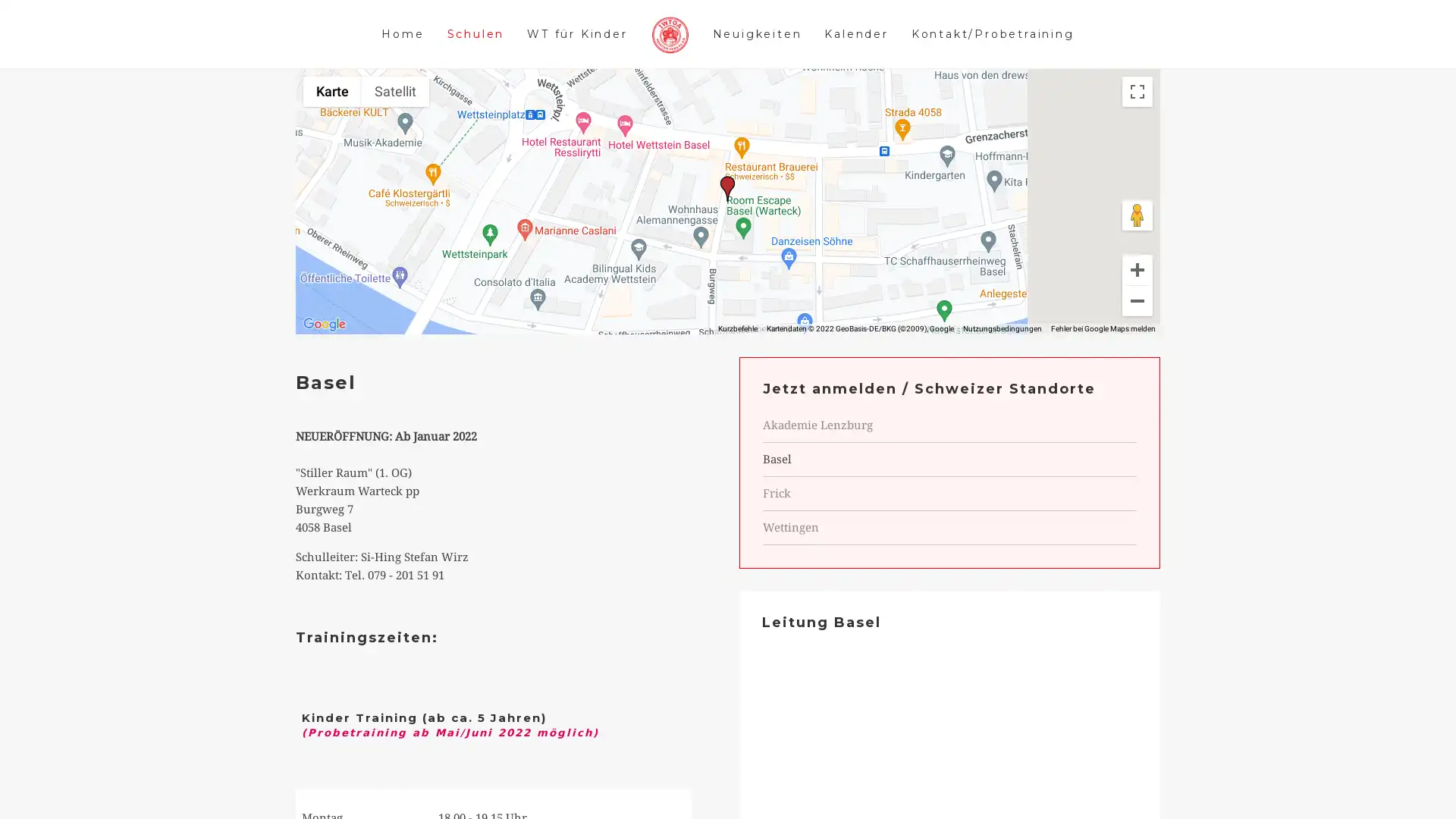 The width and height of the screenshot is (1456, 819). Describe the element at coordinates (1137, 323) in the screenshot. I see `Verkleinern` at that location.